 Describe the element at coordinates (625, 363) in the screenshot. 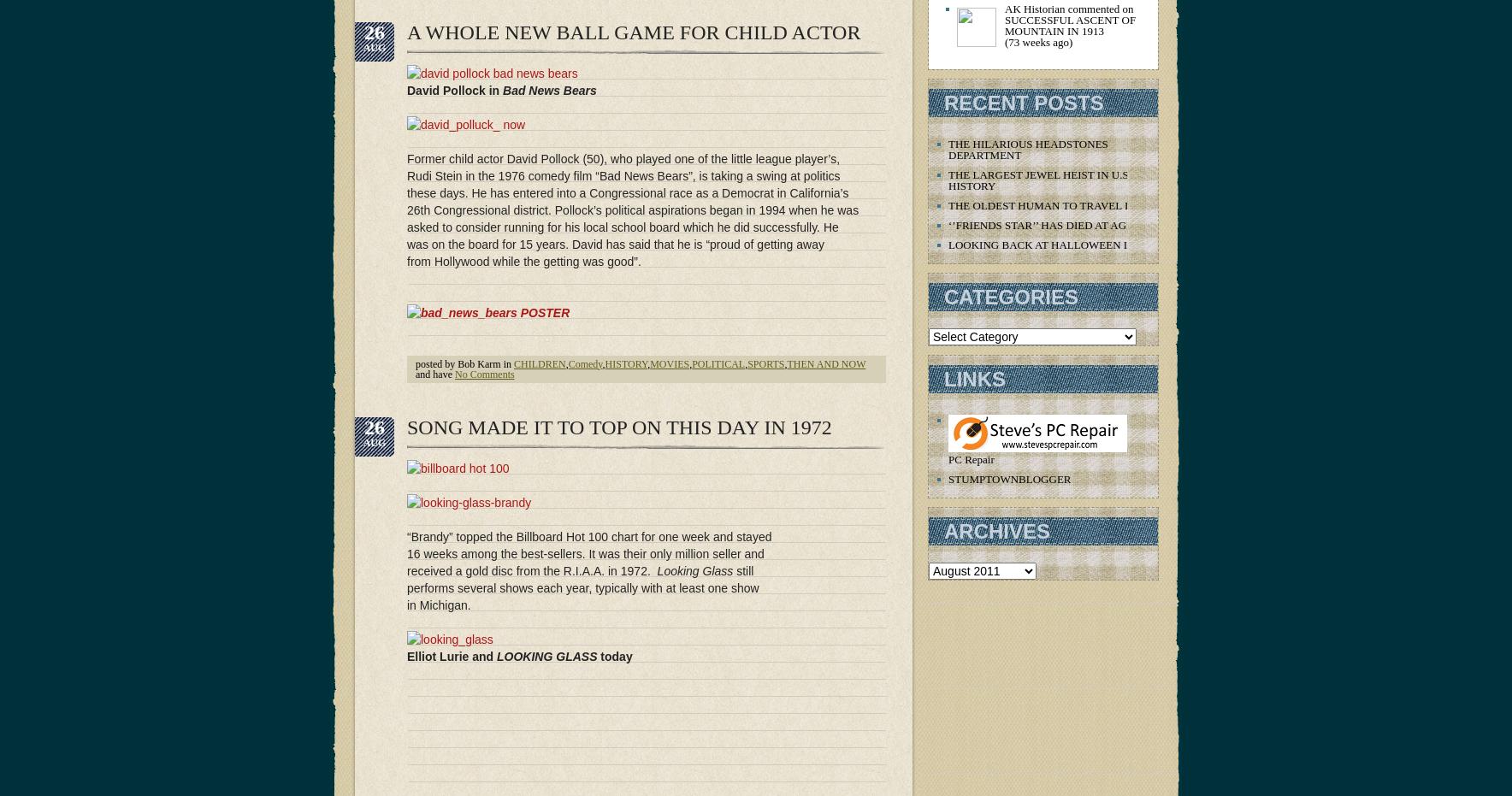

I see `'HISTORY'` at that location.